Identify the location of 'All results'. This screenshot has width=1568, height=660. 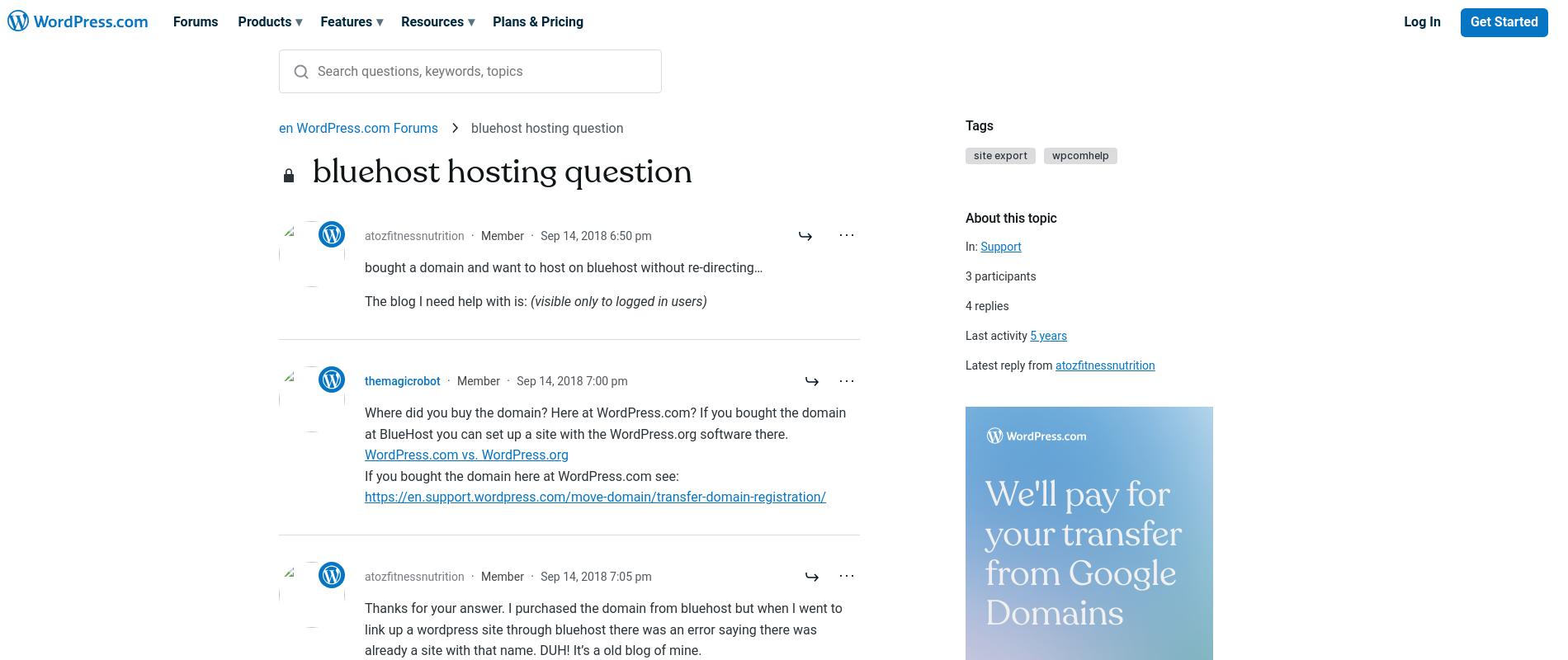
(300, 112).